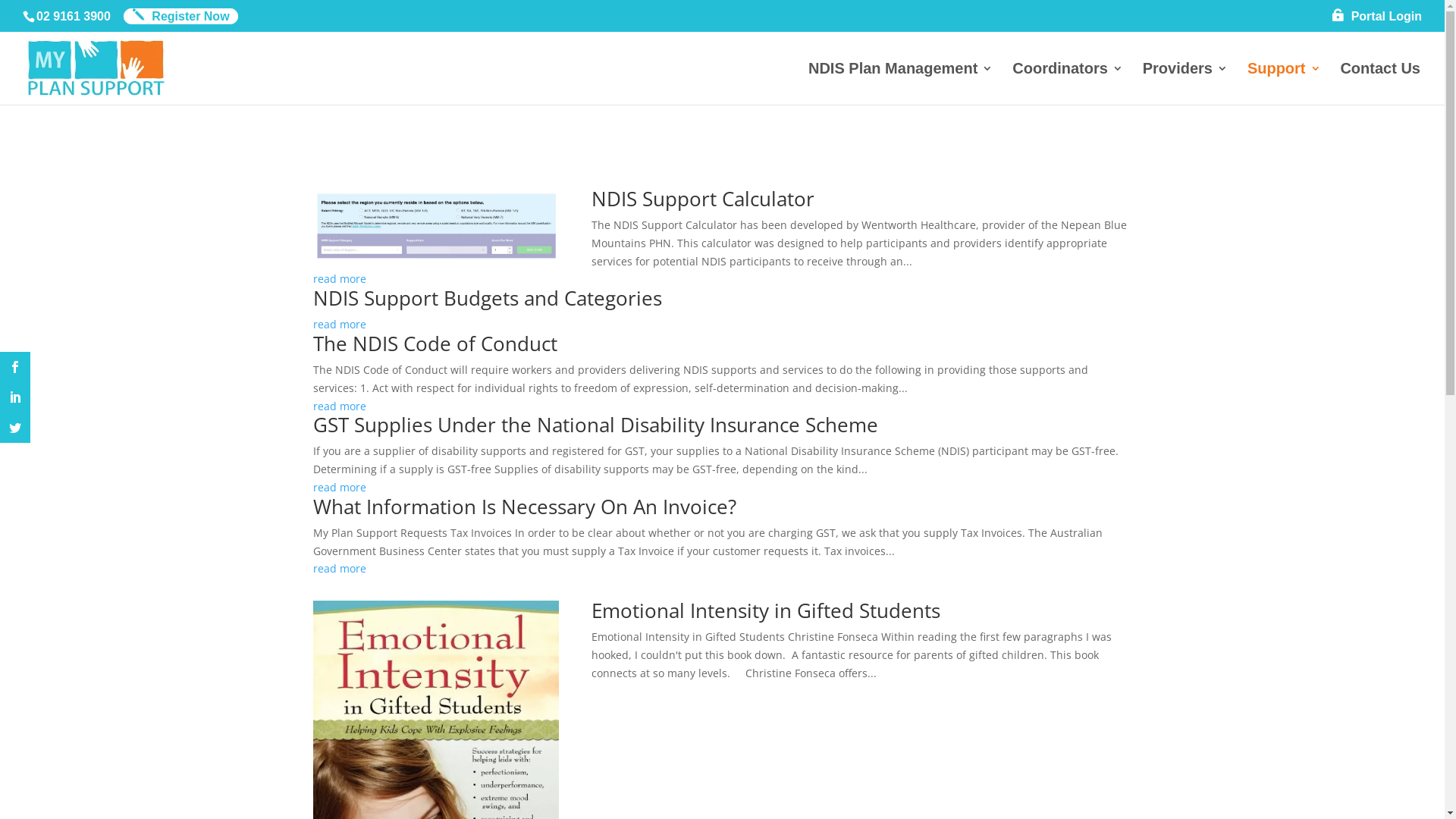  What do you see at coordinates (1376, 20) in the screenshot?
I see `'Portal Login'` at bounding box center [1376, 20].